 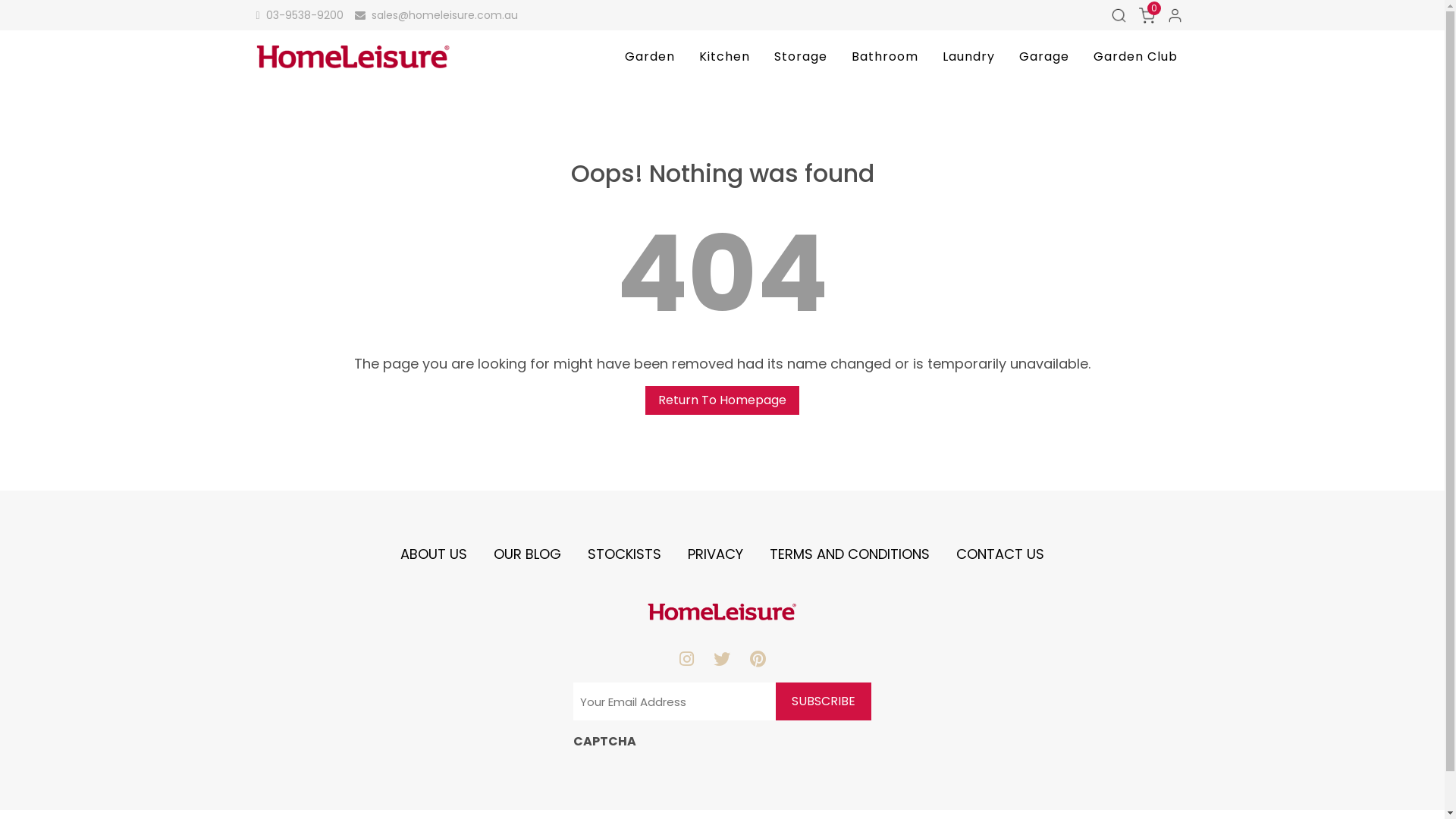 What do you see at coordinates (687, 55) in the screenshot?
I see `'Kitchen'` at bounding box center [687, 55].